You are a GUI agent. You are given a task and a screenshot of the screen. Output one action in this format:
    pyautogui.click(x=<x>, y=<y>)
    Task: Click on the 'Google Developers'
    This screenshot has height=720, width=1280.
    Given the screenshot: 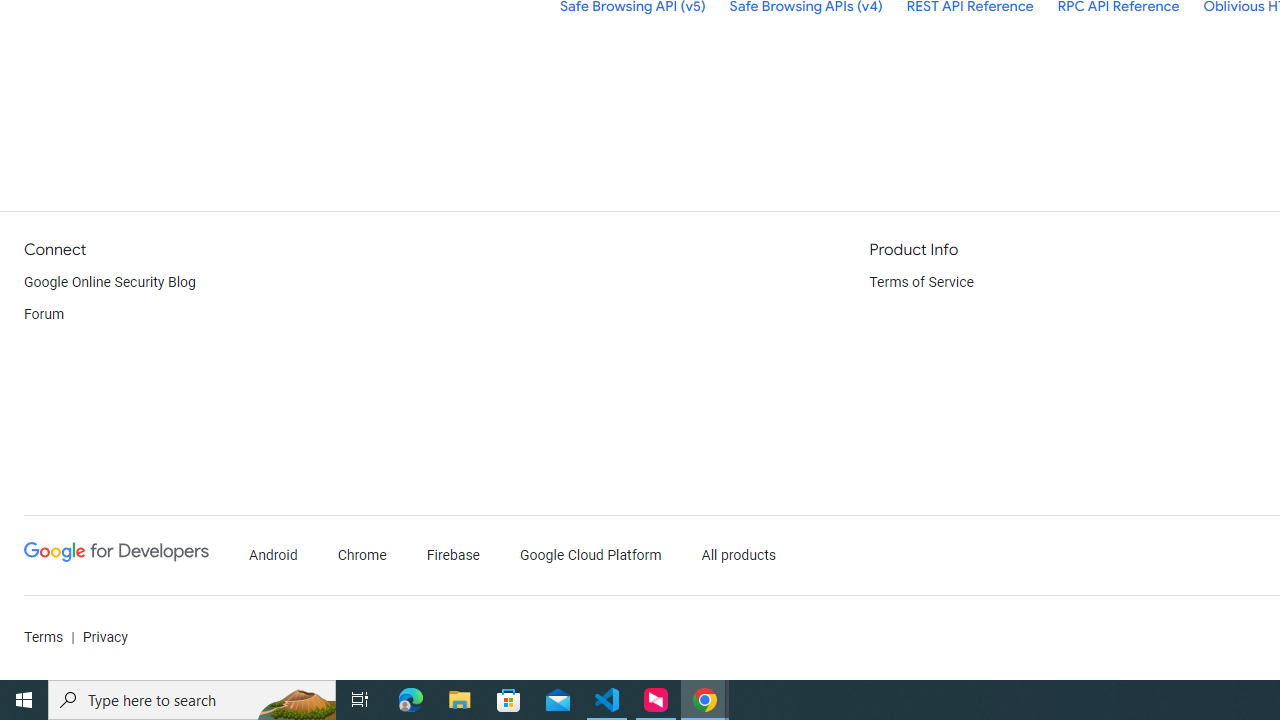 What is the action you would take?
    pyautogui.click(x=115, y=551)
    